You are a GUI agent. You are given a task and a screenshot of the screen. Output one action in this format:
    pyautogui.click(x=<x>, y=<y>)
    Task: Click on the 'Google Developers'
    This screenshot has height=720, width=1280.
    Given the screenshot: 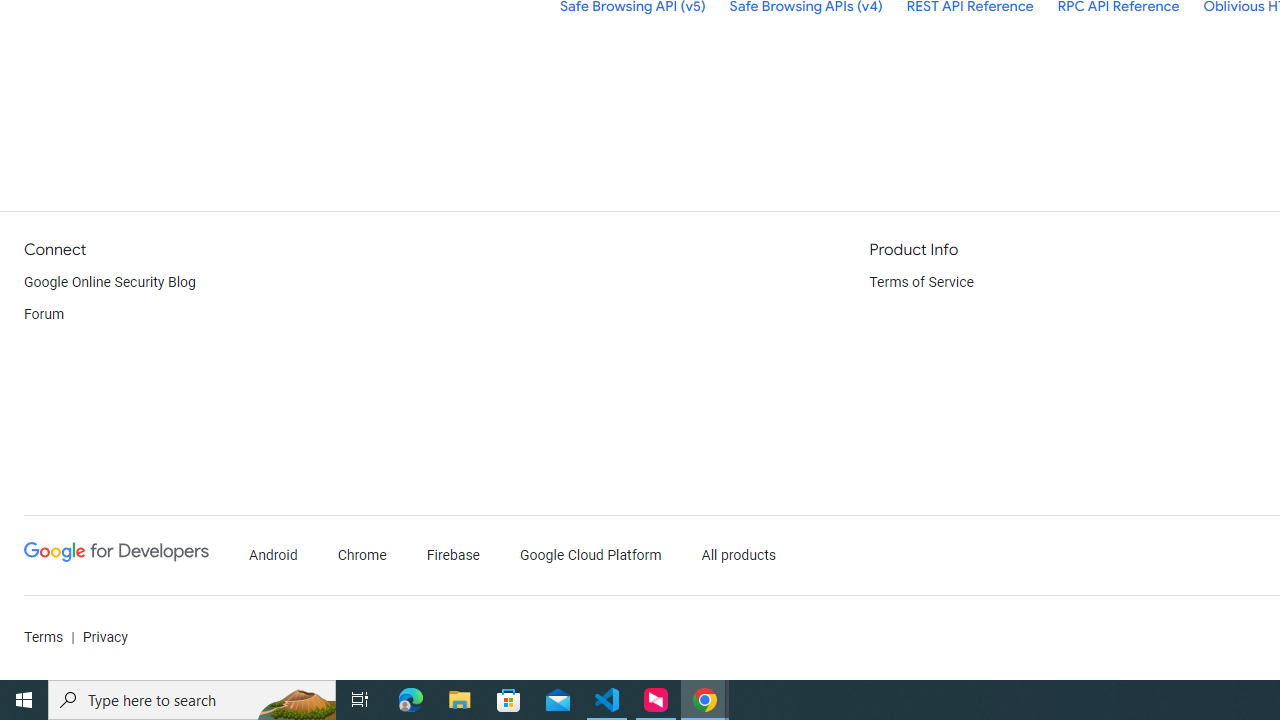 What is the action you would take?
    pyautogui.click(x=115, y=551)
    